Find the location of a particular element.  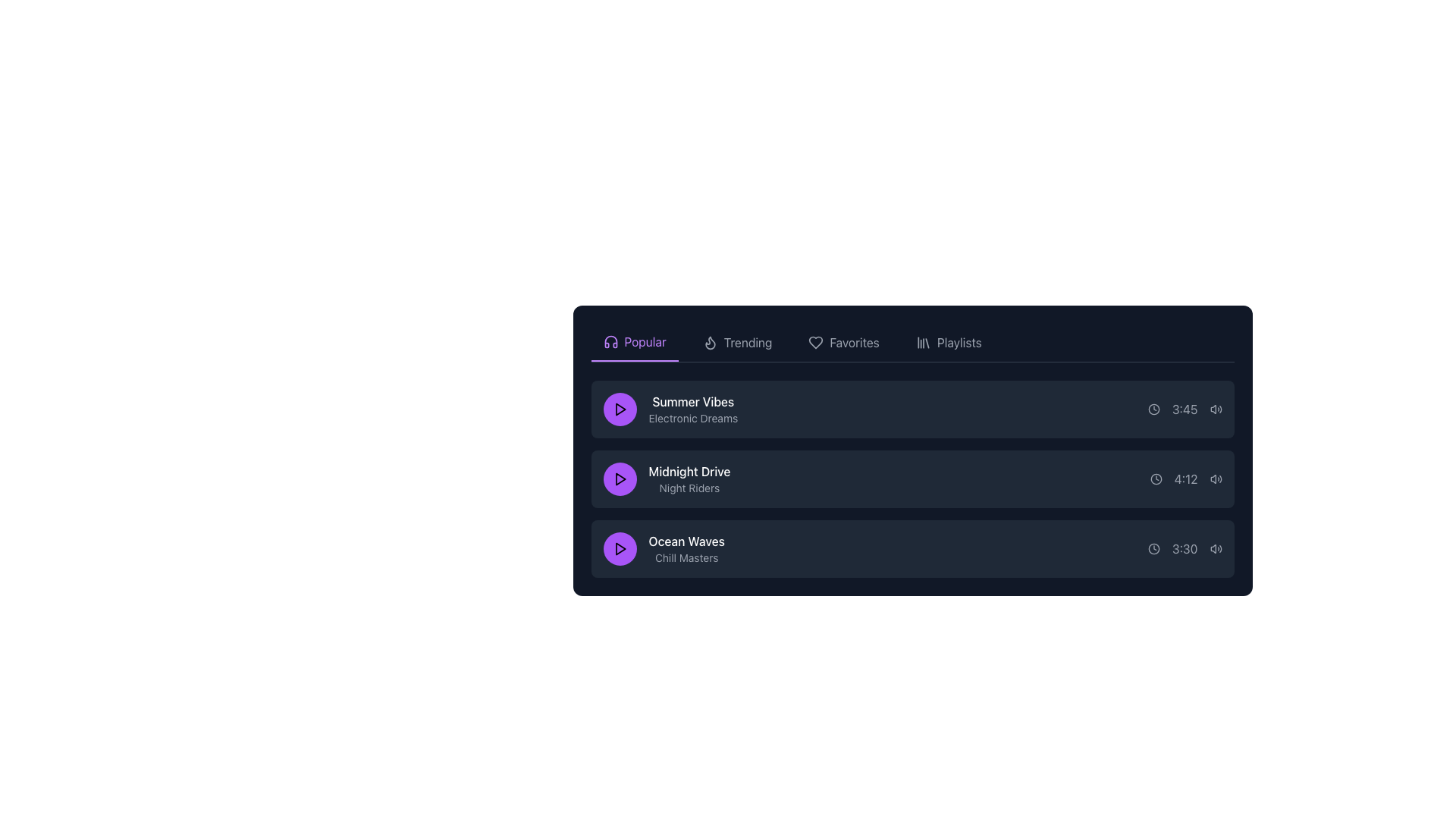

the play button for the 'Midnight Drive' media item, which is the second button in a vertical list of media playback options is located at coordinates (620, 479).